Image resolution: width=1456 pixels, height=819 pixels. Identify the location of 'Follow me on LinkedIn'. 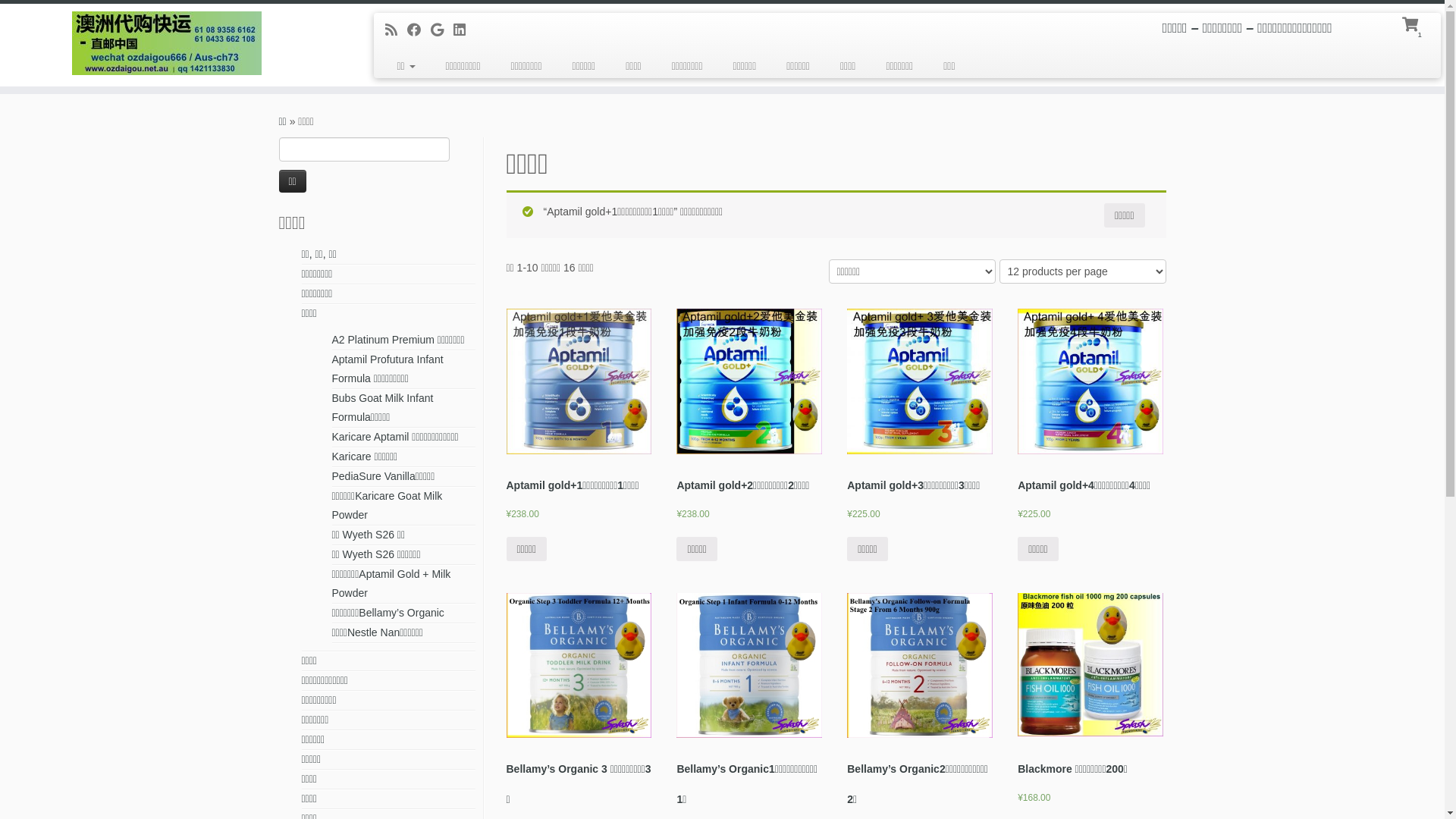
(463, 30).